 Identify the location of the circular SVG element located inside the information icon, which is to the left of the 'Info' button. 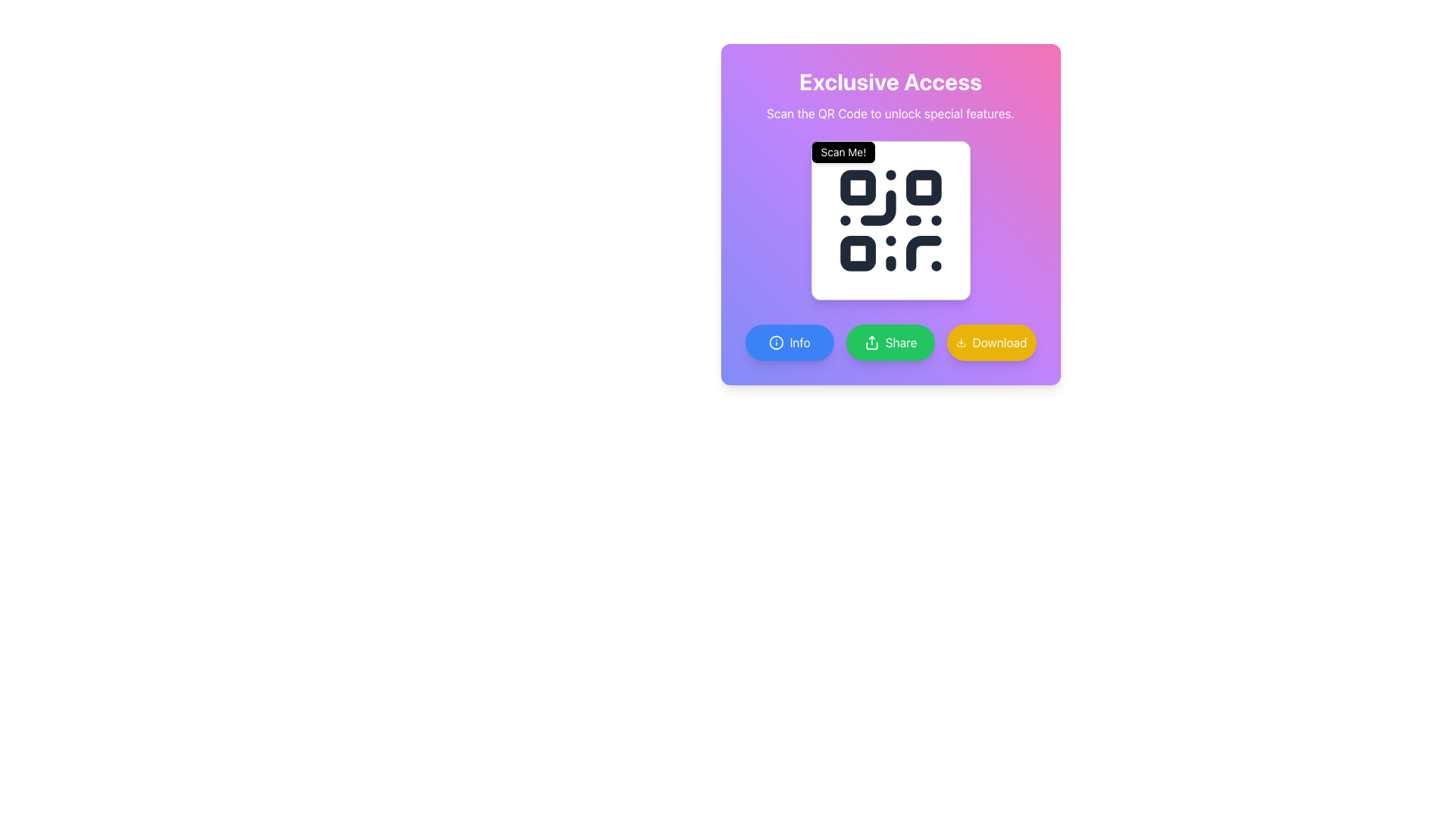
(776, 342).